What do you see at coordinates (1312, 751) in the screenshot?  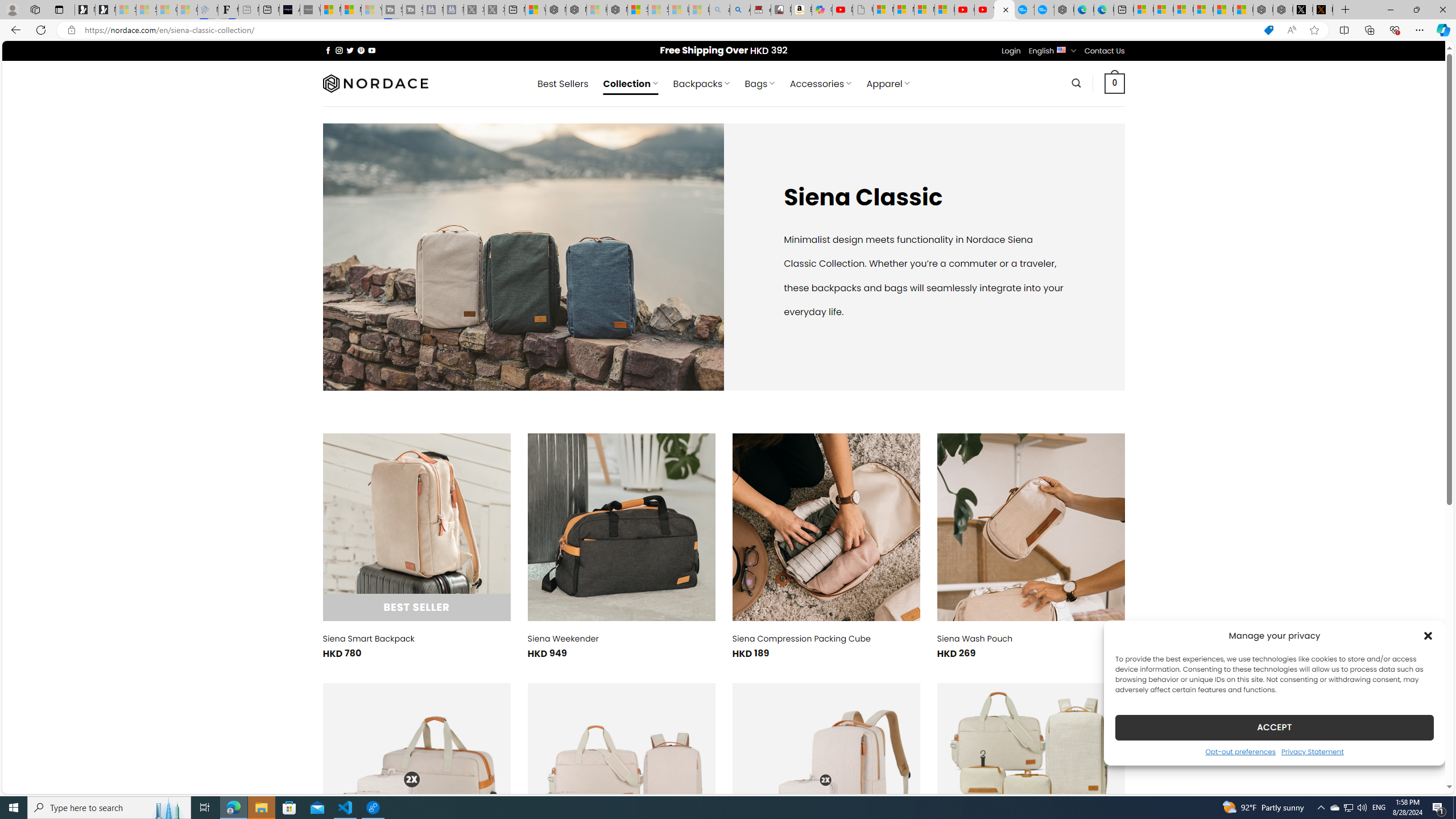 I see `'Privacy Statement'` at bounding box center [1312, 751].